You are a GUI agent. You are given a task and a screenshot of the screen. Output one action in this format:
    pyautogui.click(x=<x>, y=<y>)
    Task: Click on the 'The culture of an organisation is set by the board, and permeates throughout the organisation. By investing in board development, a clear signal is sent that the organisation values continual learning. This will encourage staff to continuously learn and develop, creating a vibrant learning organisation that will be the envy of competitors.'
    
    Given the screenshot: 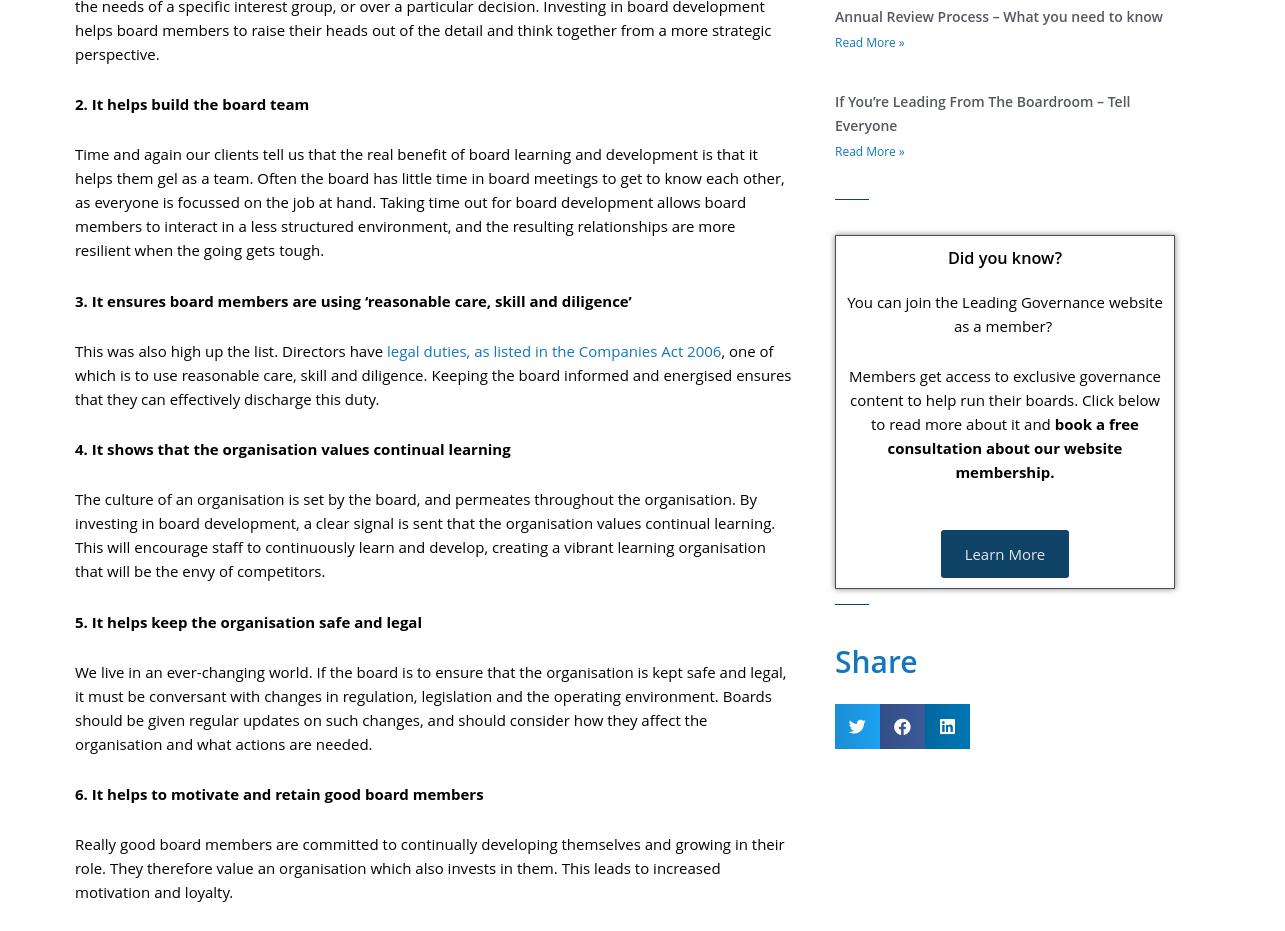 What is the action you would take?
    pyautogui.click(x=423, y=534)
    